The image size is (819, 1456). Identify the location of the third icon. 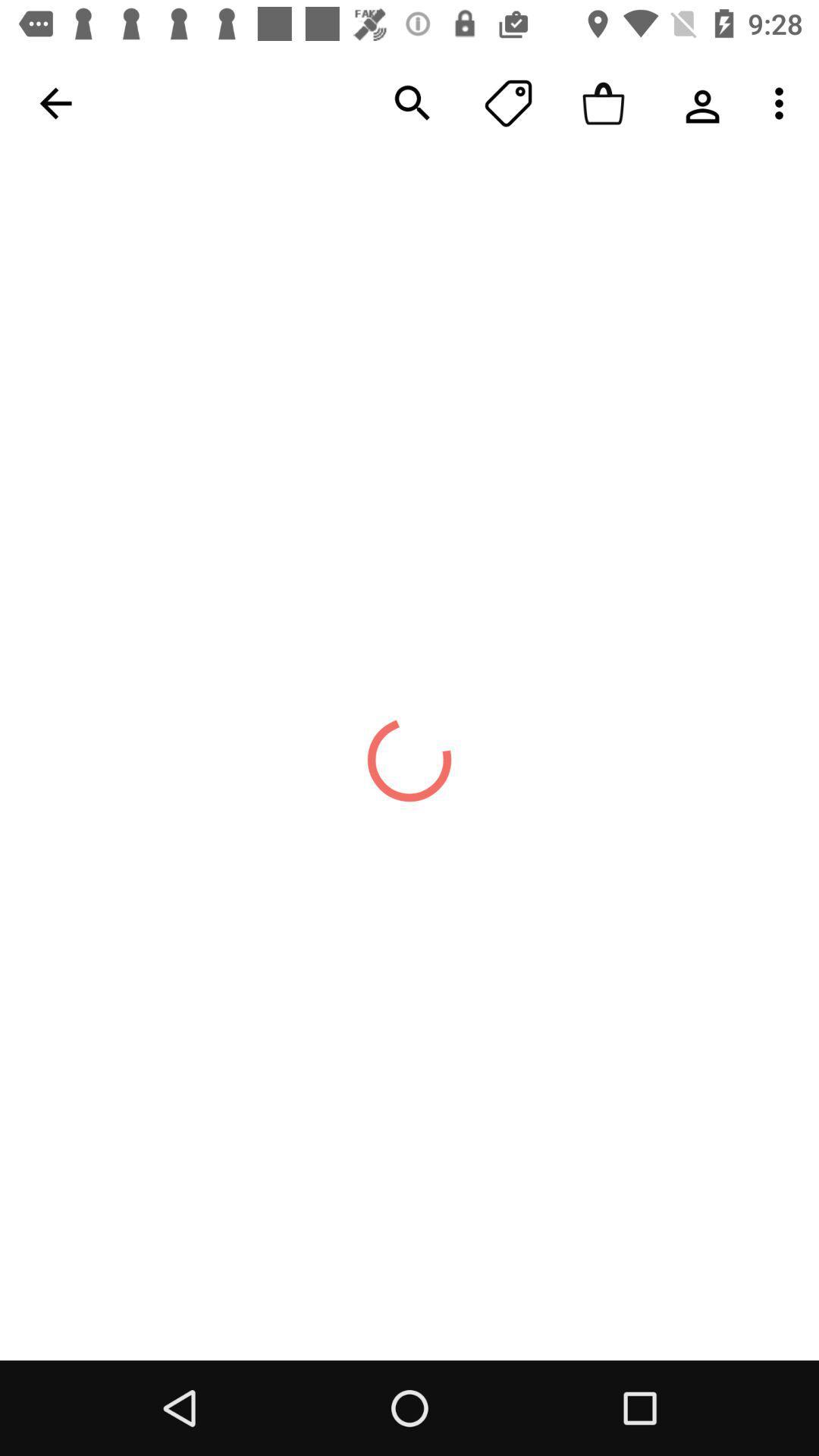
(603, 102).